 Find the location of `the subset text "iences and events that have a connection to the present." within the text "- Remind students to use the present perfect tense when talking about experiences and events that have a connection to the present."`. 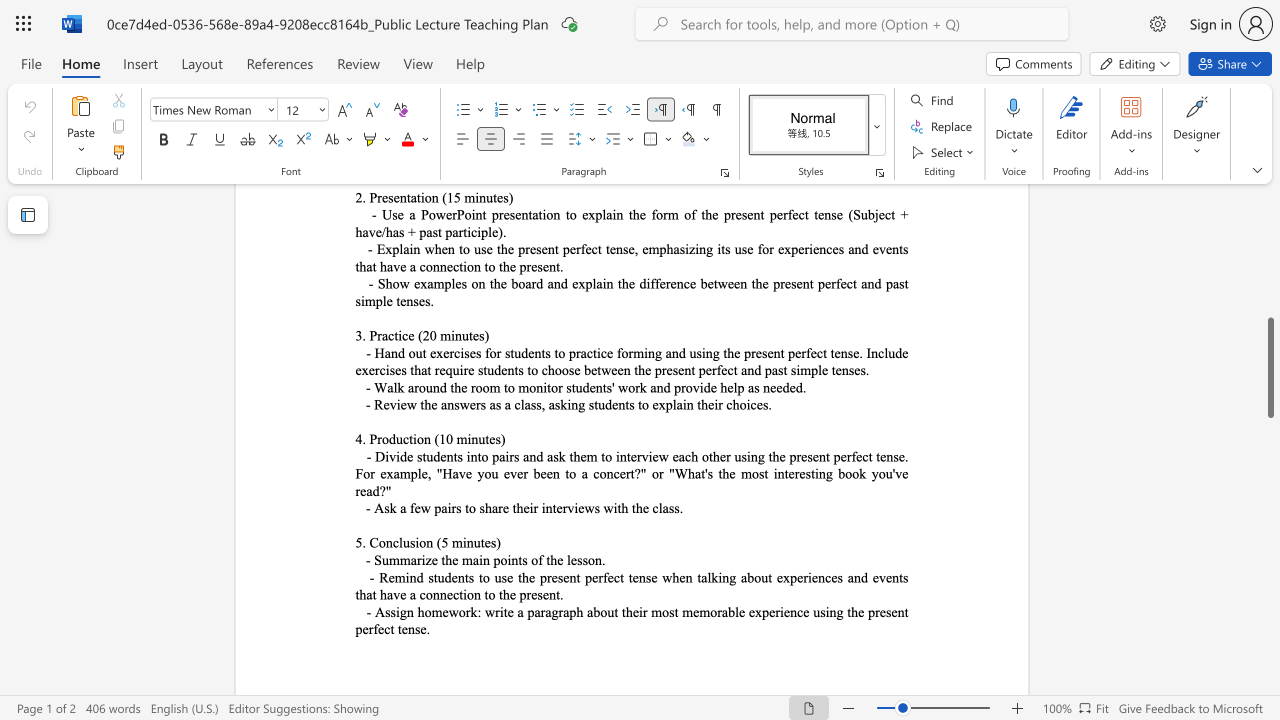

the subset text "iences and events that have a connection to the present." within the text "- Remind students to use the present perfect tense when talking about experiences and events that have a connection to the present." is located at coordinates (807, 577).